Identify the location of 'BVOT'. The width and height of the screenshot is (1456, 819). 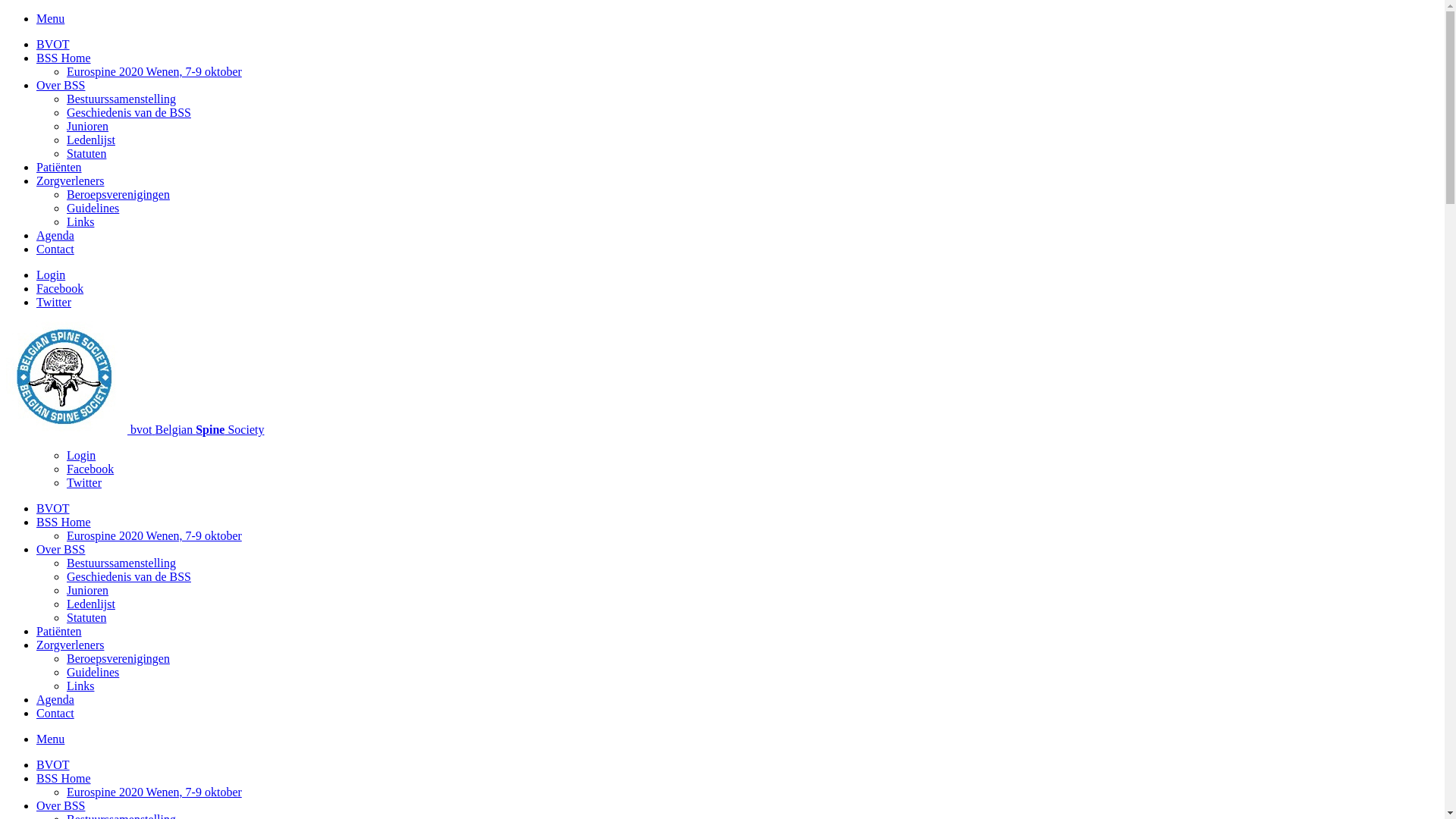
(53, 508).